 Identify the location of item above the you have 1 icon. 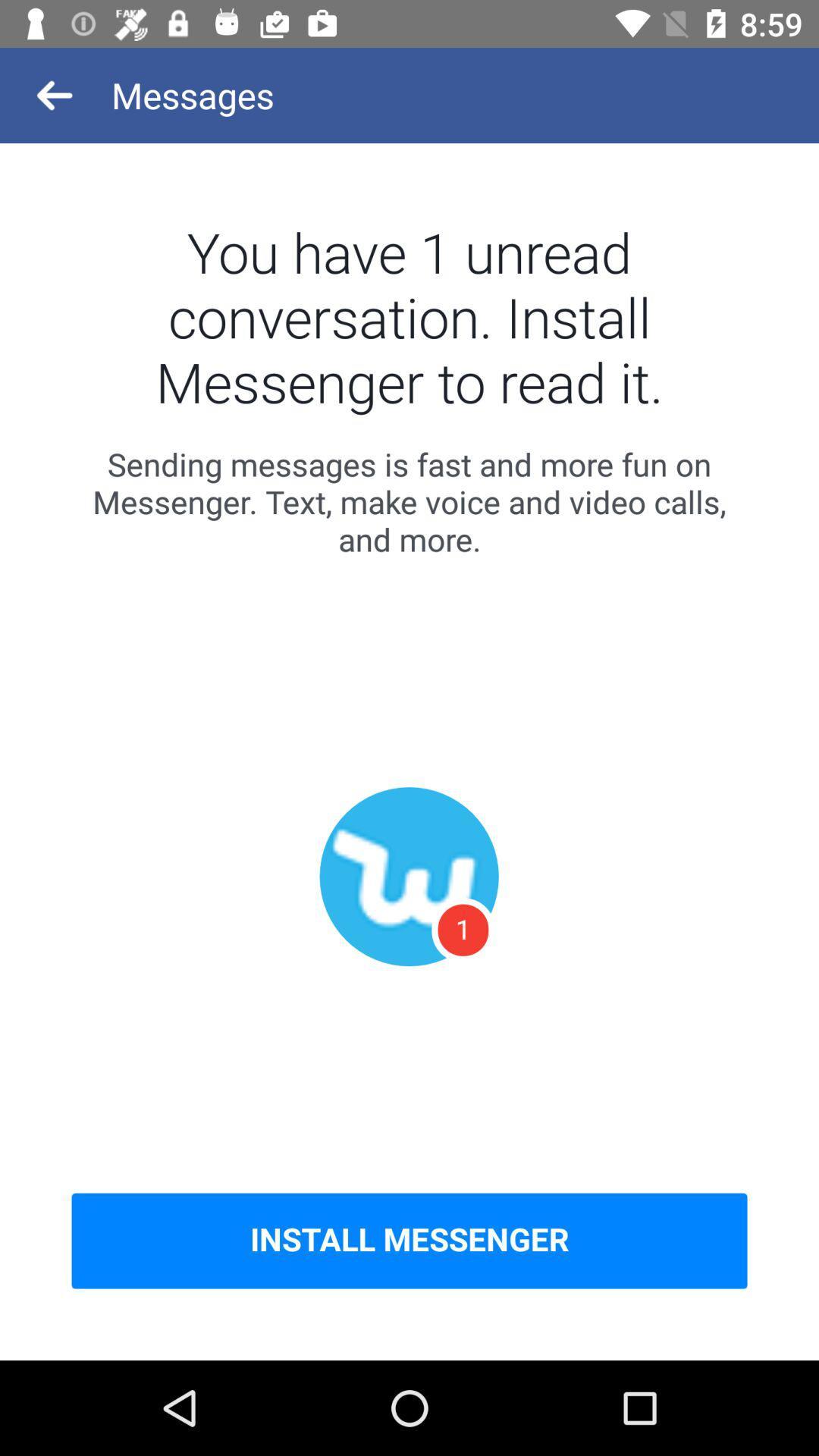
(55, 94).